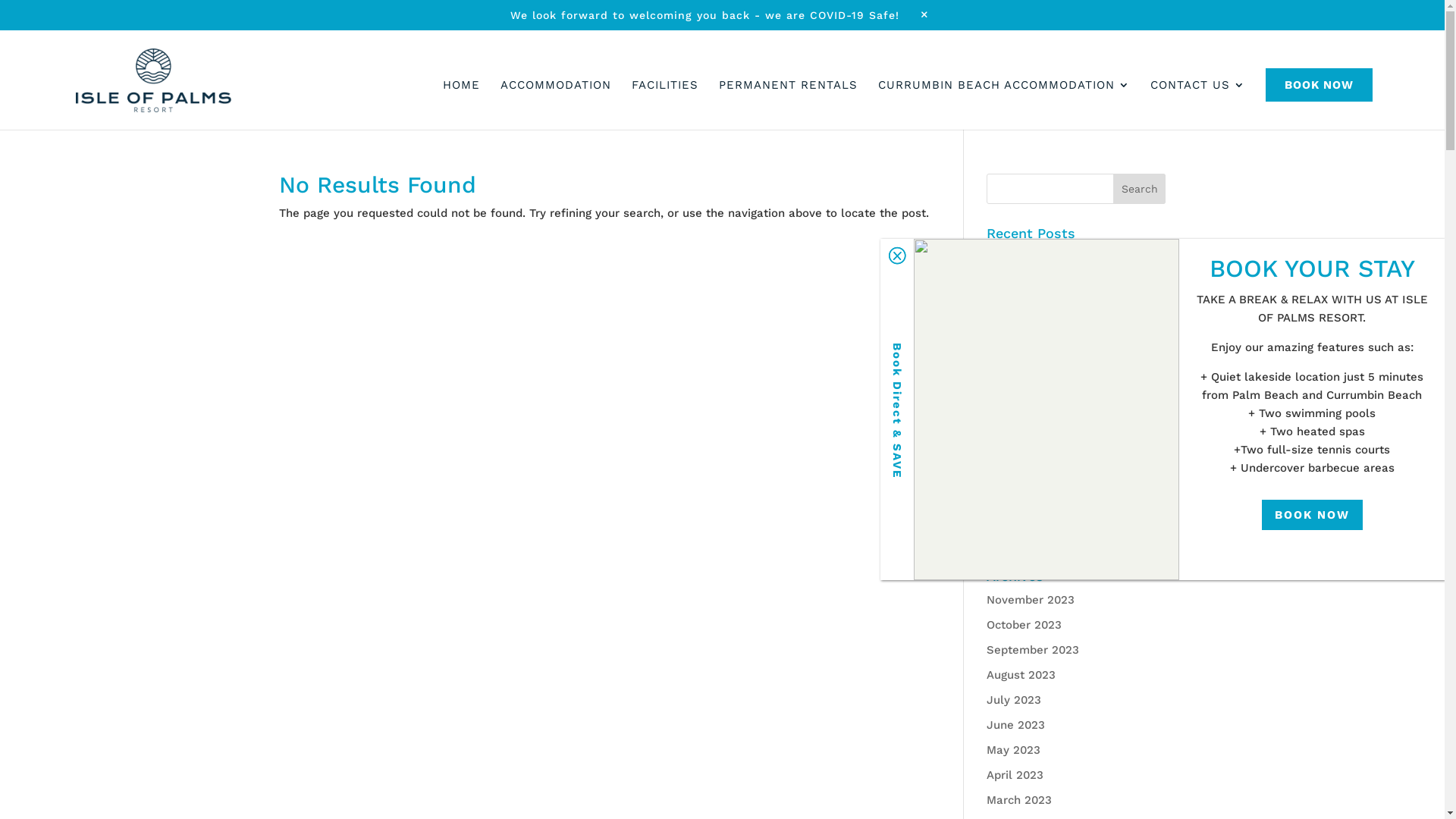  What do you see at coordinates (460, 93) in the screenshot?
I see `'HOME'` at bounding box center [460, 93].